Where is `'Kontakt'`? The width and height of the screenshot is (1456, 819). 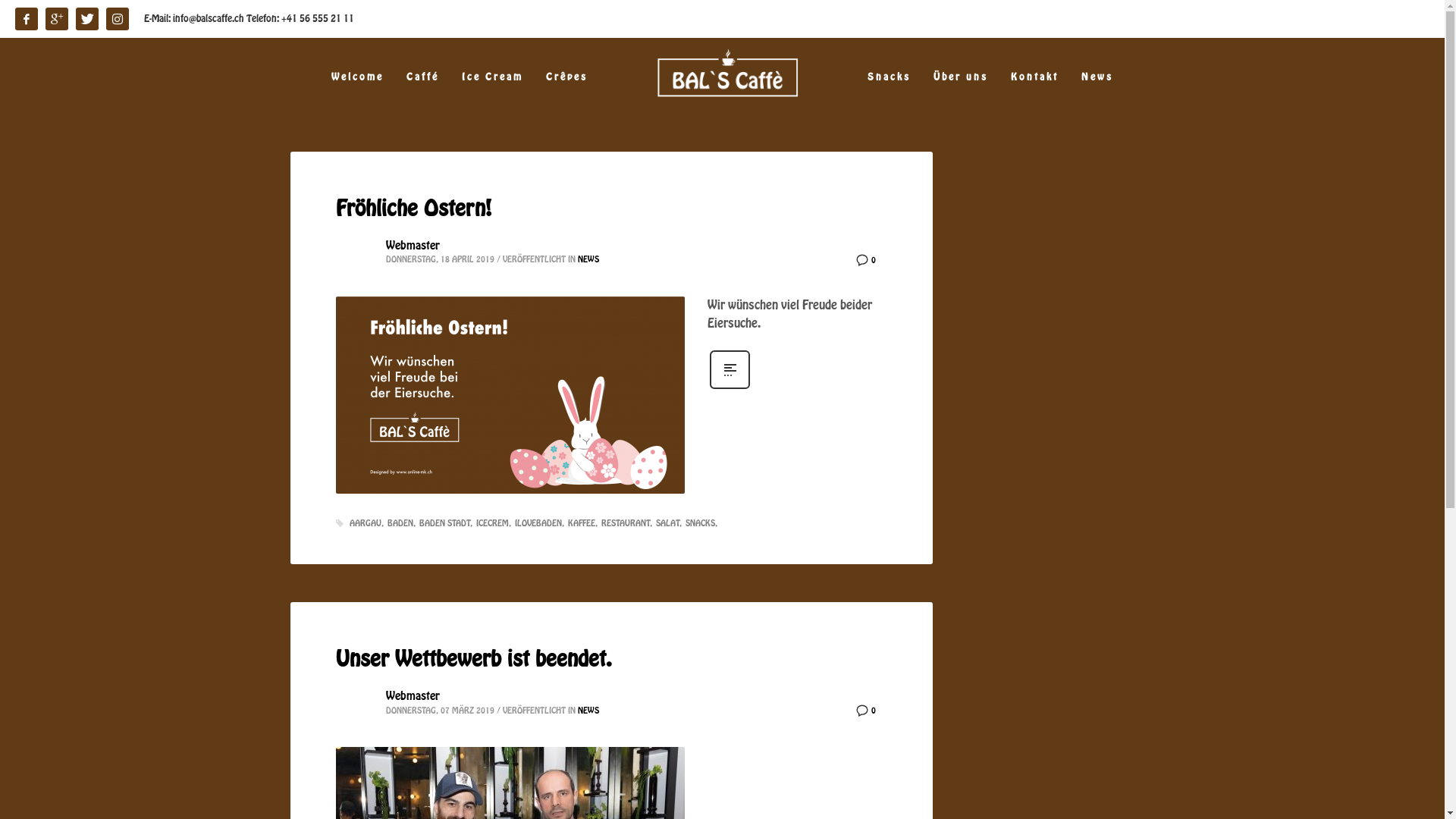 'Kontakt' is located at coordinates (1034, 77).